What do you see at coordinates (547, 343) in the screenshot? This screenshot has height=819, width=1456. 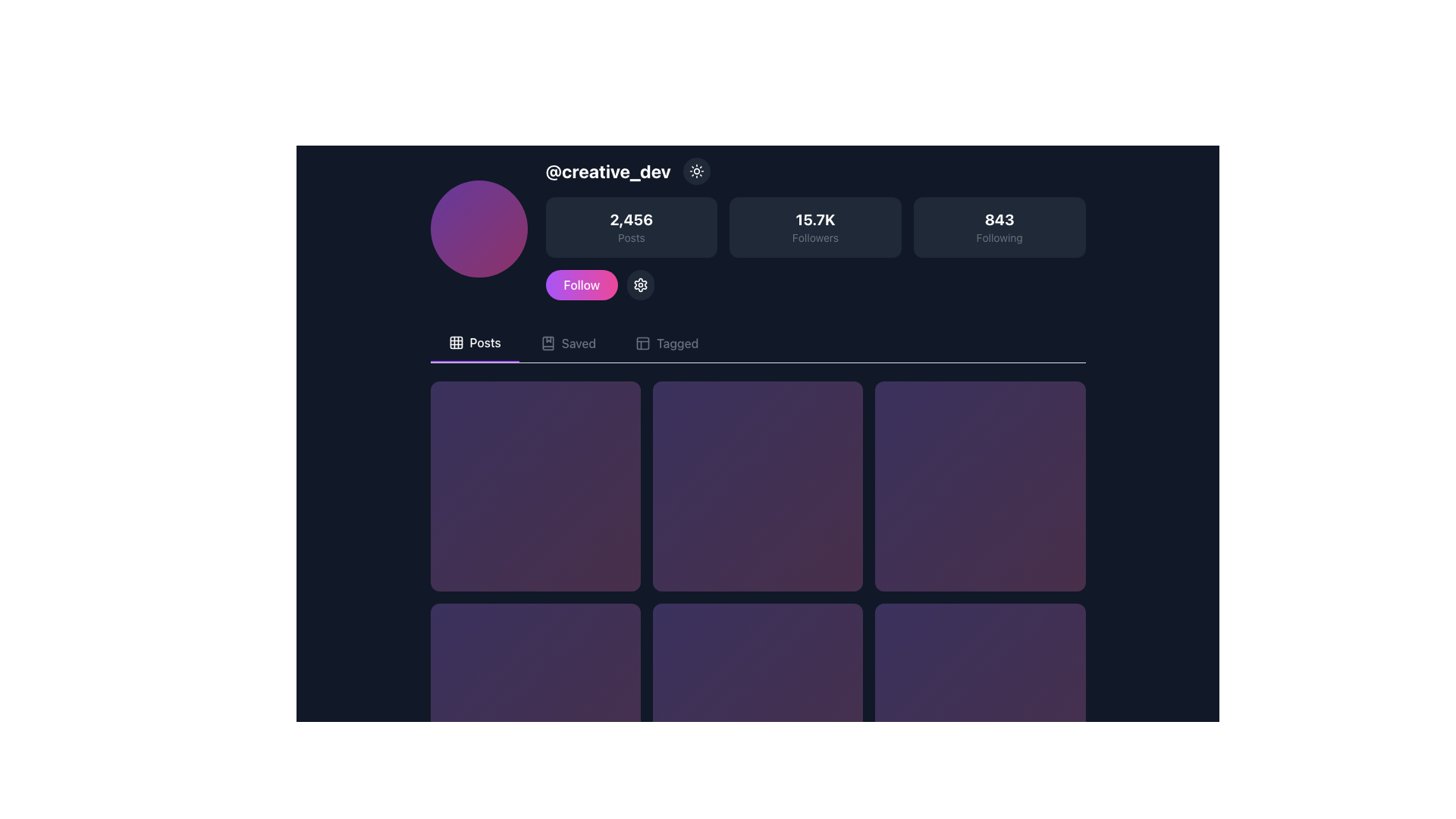 I see `the 'Saved' icon in the navigation menu` at bounding box center [547, 343].